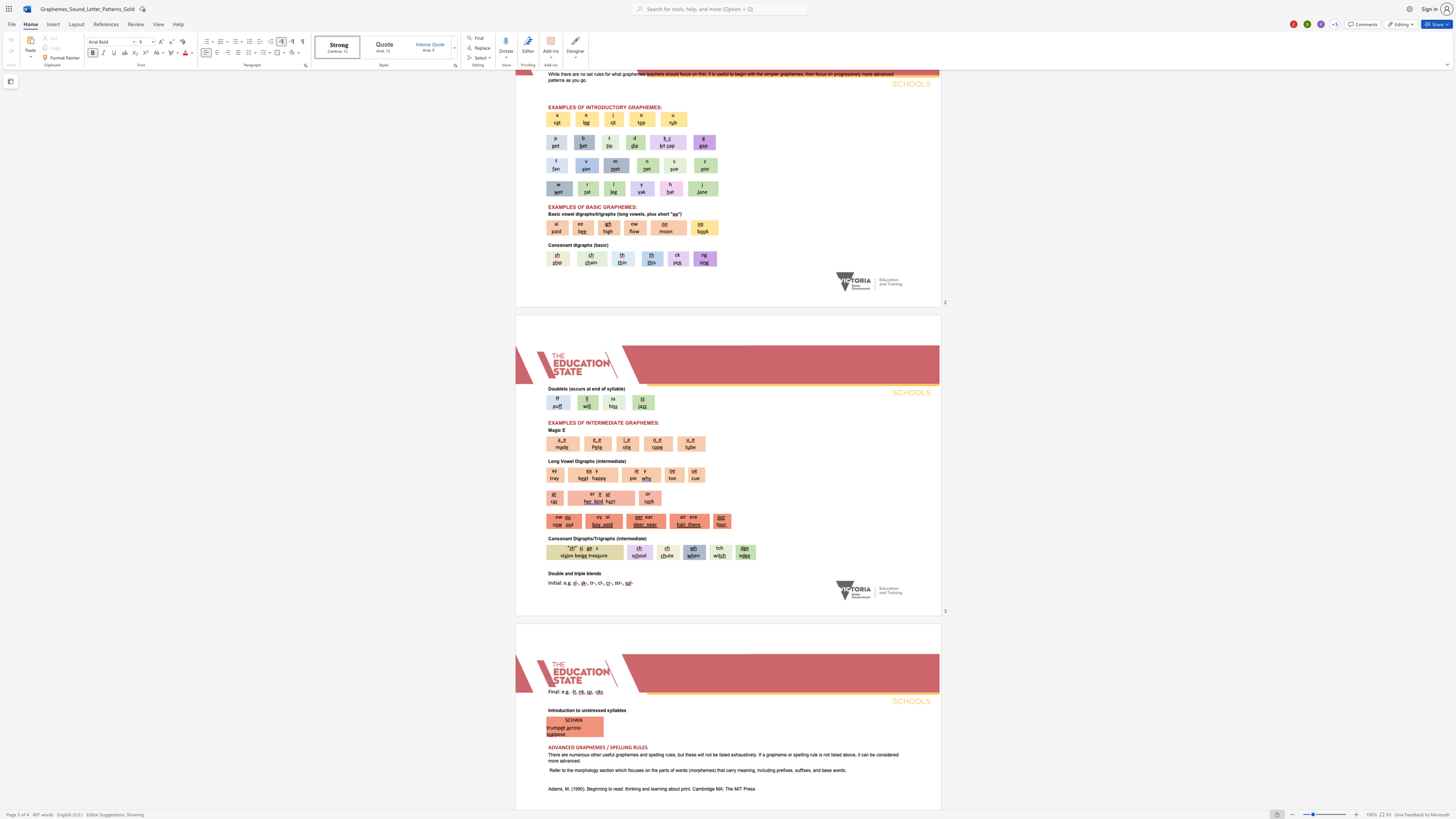 The width and height of the screenshot is (1456, 819). Describe the element at coordinates (559, 691) in the screenshot. I see `the 1th character ":" in the text` at that location.